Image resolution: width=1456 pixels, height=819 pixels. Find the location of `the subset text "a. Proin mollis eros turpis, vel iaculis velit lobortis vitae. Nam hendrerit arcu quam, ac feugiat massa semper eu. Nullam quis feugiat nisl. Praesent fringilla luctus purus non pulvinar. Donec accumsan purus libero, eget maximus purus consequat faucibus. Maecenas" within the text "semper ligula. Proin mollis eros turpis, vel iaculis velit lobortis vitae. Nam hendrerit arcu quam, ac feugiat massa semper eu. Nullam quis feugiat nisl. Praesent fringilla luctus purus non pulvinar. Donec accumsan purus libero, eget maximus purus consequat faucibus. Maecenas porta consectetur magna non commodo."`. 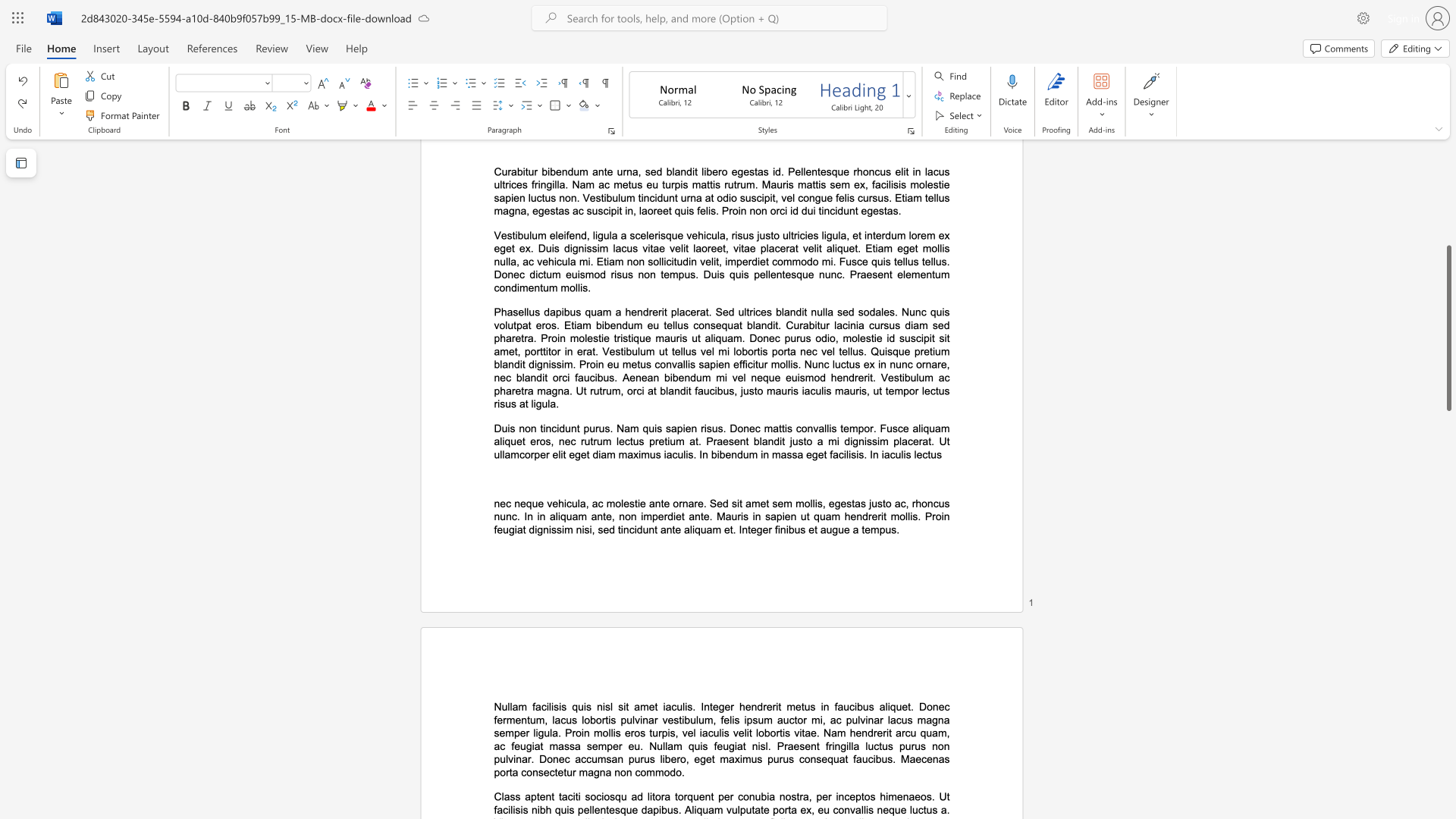

the subset text "a. Proin mollis eros turpis, vel iaculis velit lobortis vitae. Nam hendrerit arcu quam, ac feugiat massa semper eu. Nullam quis feugiat nisl. Praesent fringilla luctus purus non pulvinar. Donec accumsan purus libero, eget maximus purus consequat faucibus. Maecenas" within the text "semper ligula. Proin mollis eros turpis, vel iaculis velit lobortis vitae. Nam hendrerit arcu quam, ac feugiat massa semper eu. Nullam quis feugiat nisl. Praesent fringilla luctus purus non pulvinar. Donec accumsan purus libero, eget maximus purus consequat faucibus. Maecenas porta consectetur magna non commodo." is located at coordinates (551, 732).